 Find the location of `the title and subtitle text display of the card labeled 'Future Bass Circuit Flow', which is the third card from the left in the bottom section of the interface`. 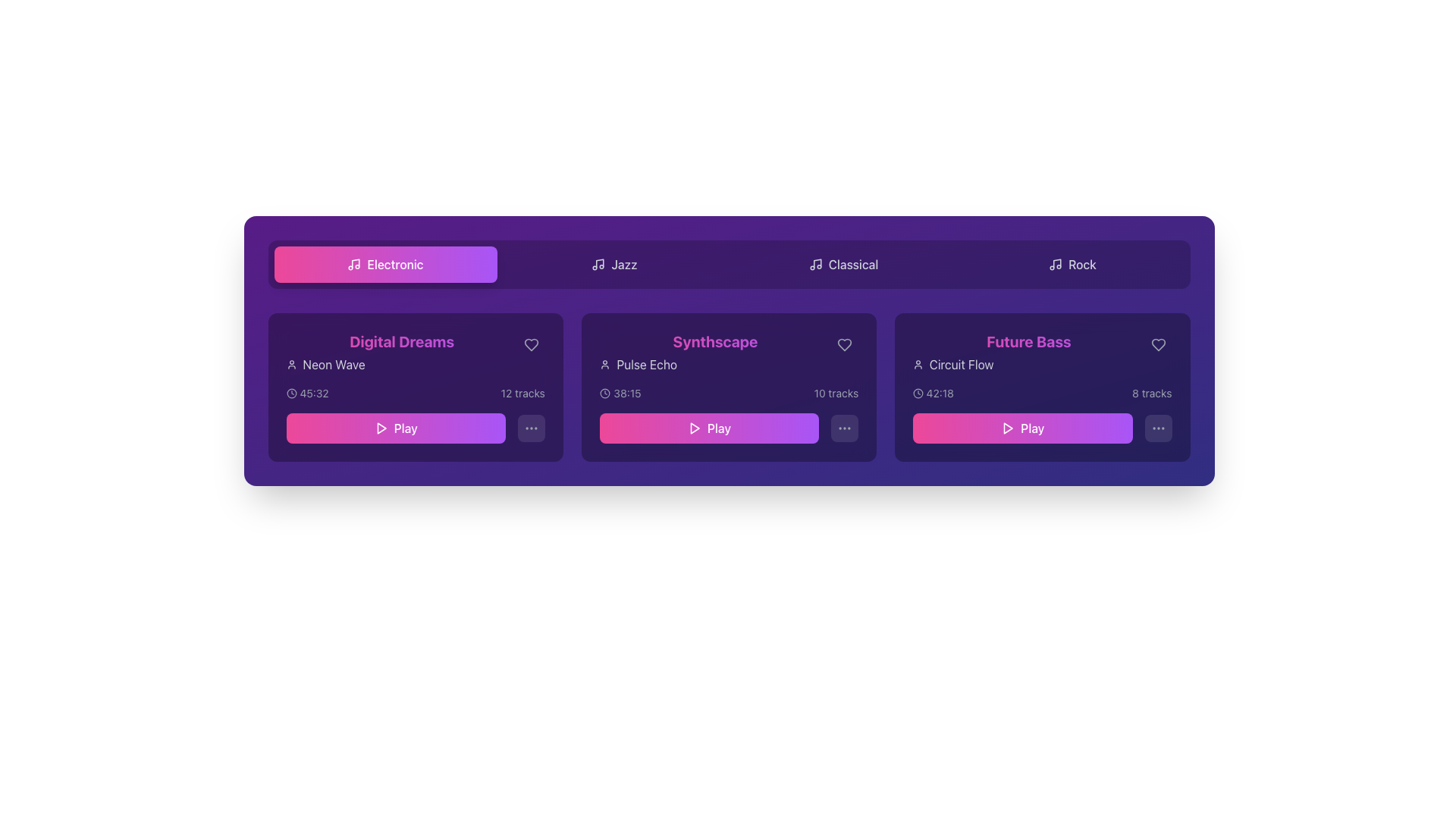

the title and subtitle text display of the card labeled 'Future Bass Circuit Flow', which is the third card from the left in the bottom section of the interface is located at coordinates (1041, 353).